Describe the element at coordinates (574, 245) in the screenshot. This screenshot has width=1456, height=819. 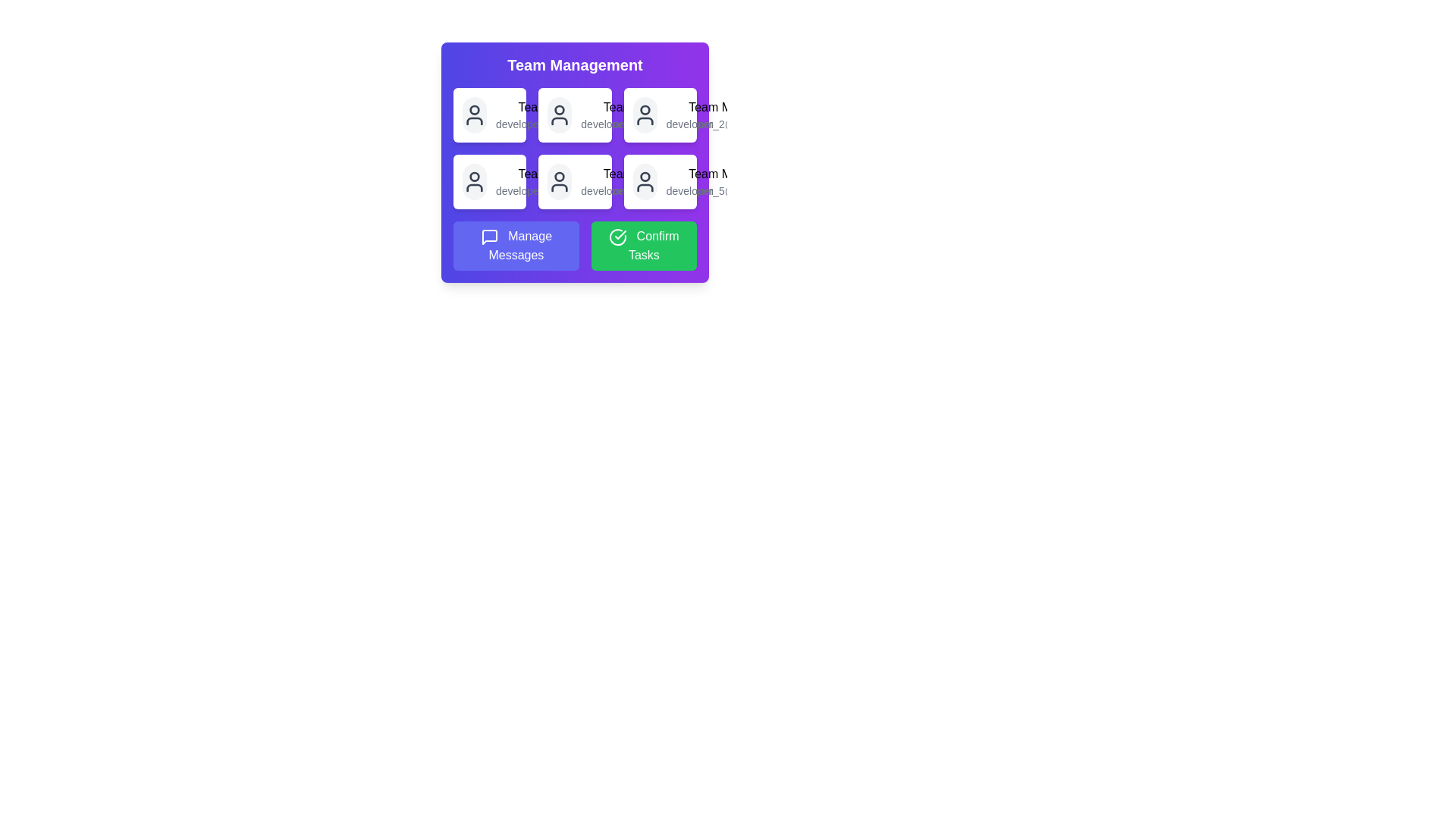
I see `the 'Manage Messages' button, which is part of a button group at the bottom center of the 'Team Management' section` at that location.